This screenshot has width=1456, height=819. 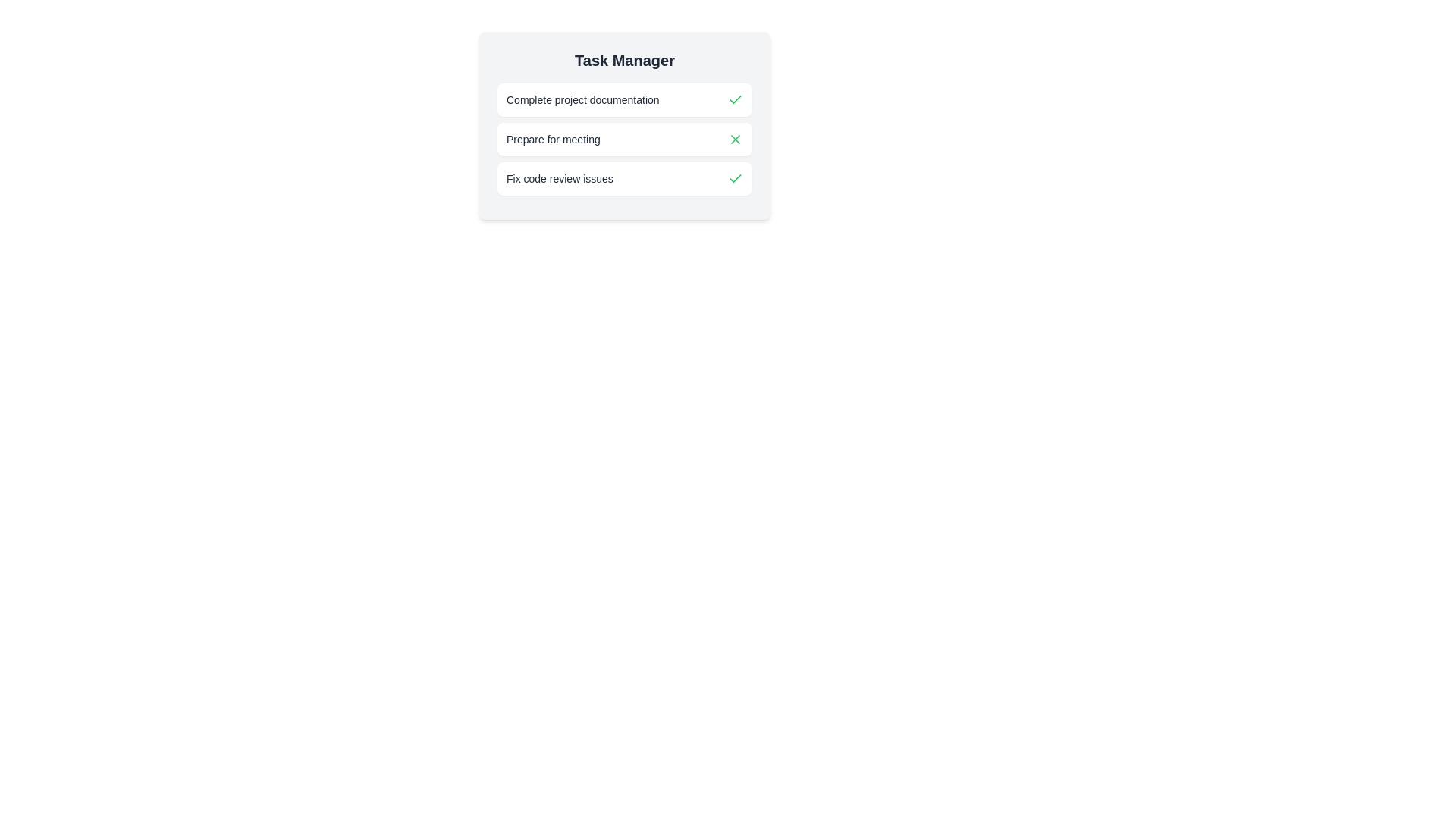 I want to click on text label indicating the task's description located in the third task item of the task manager interface, so click(x=559, y=177).